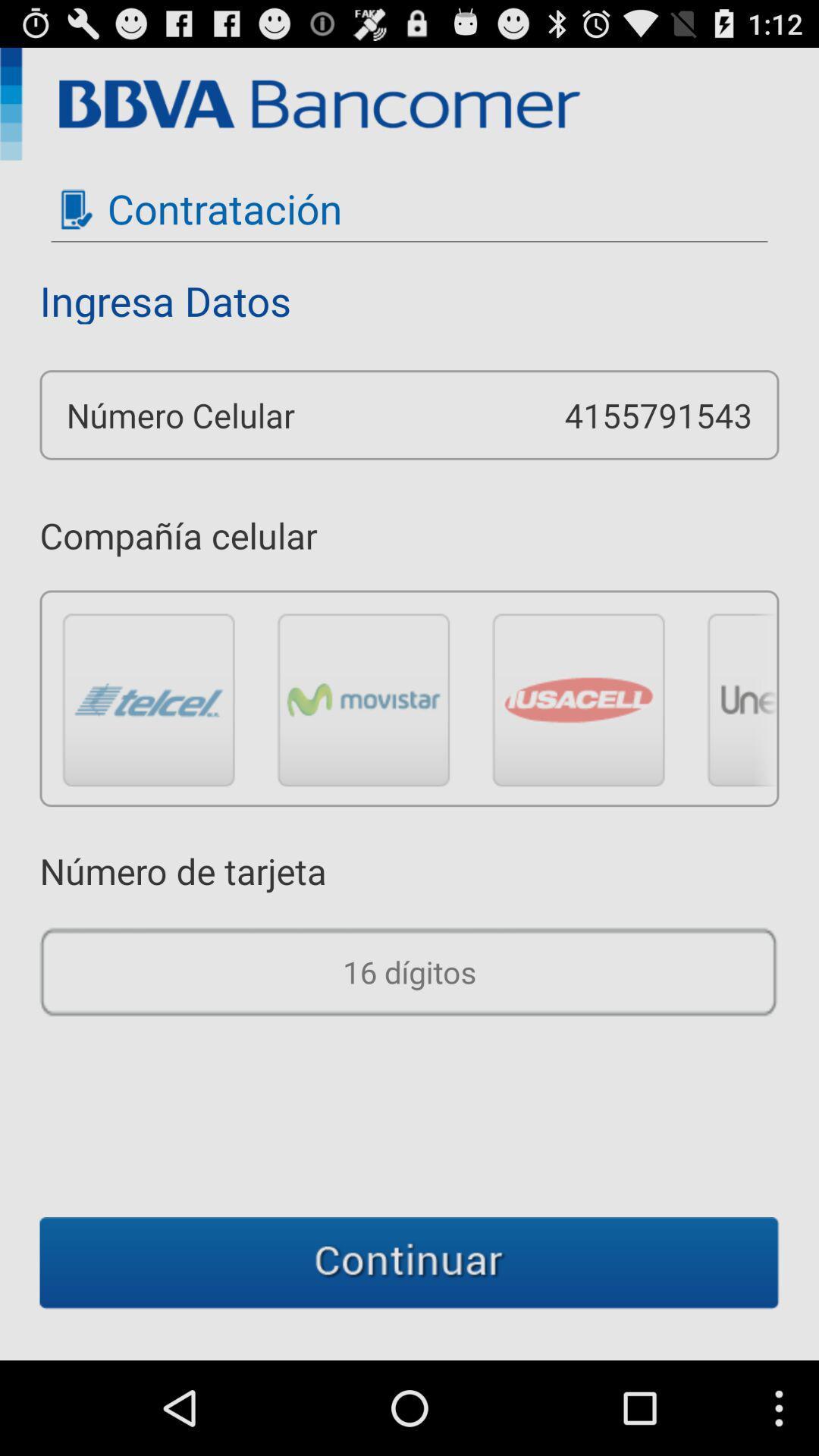 This screenshot has height=1456, width=819. I want to click on card number, so click(409, 971).